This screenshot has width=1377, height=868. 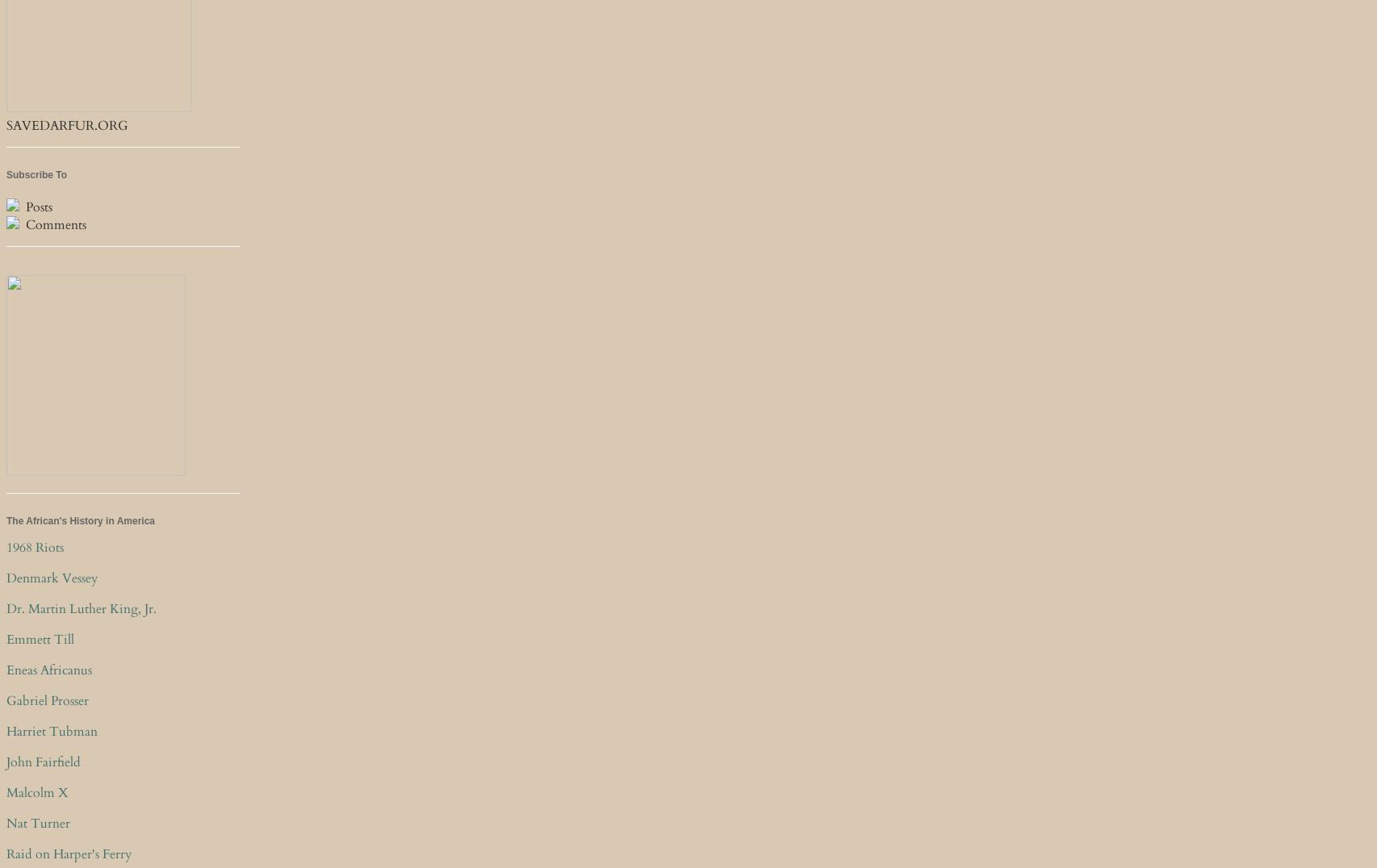 What do you see at coordinates (40, 640) in the screenshot?
I see `'Emmett Till'` at bounding box center [40, 640].